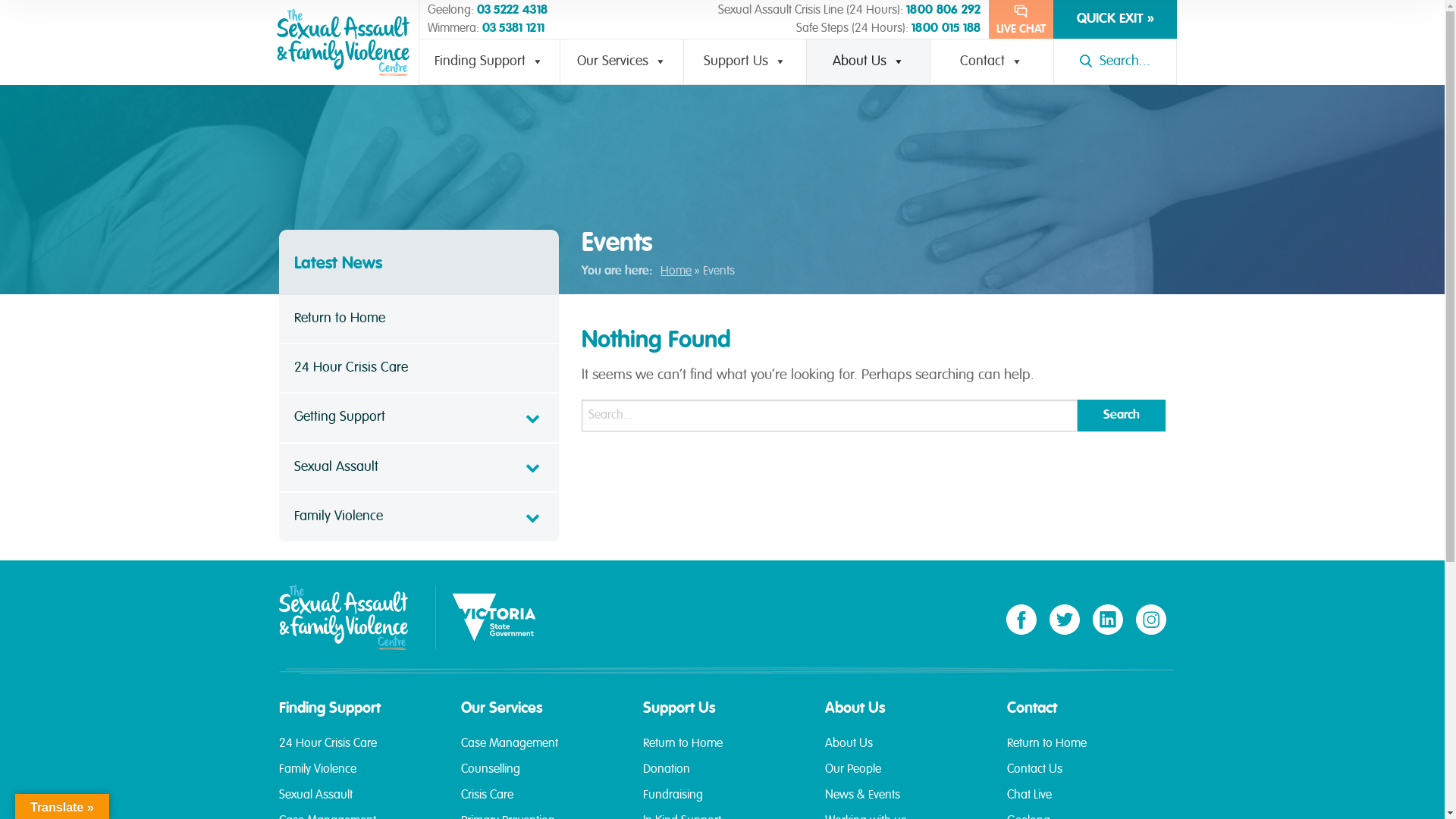 This screenshot has height=819, width=1456. What do you see at coordinates (660, 271) in the screenshot?
I see `'Home'` at bounding box center [660, 271].